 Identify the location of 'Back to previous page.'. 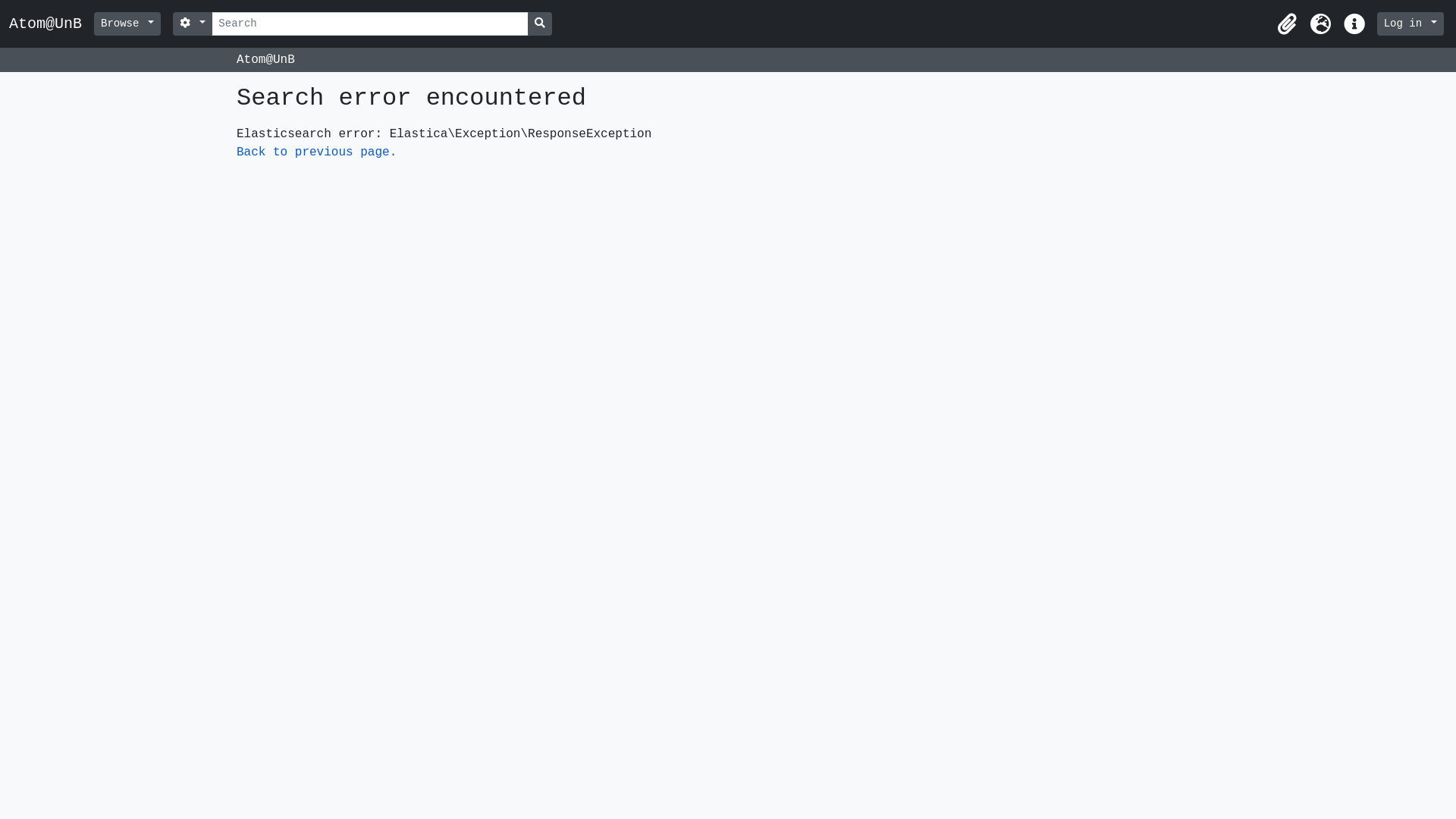
(315, 152).